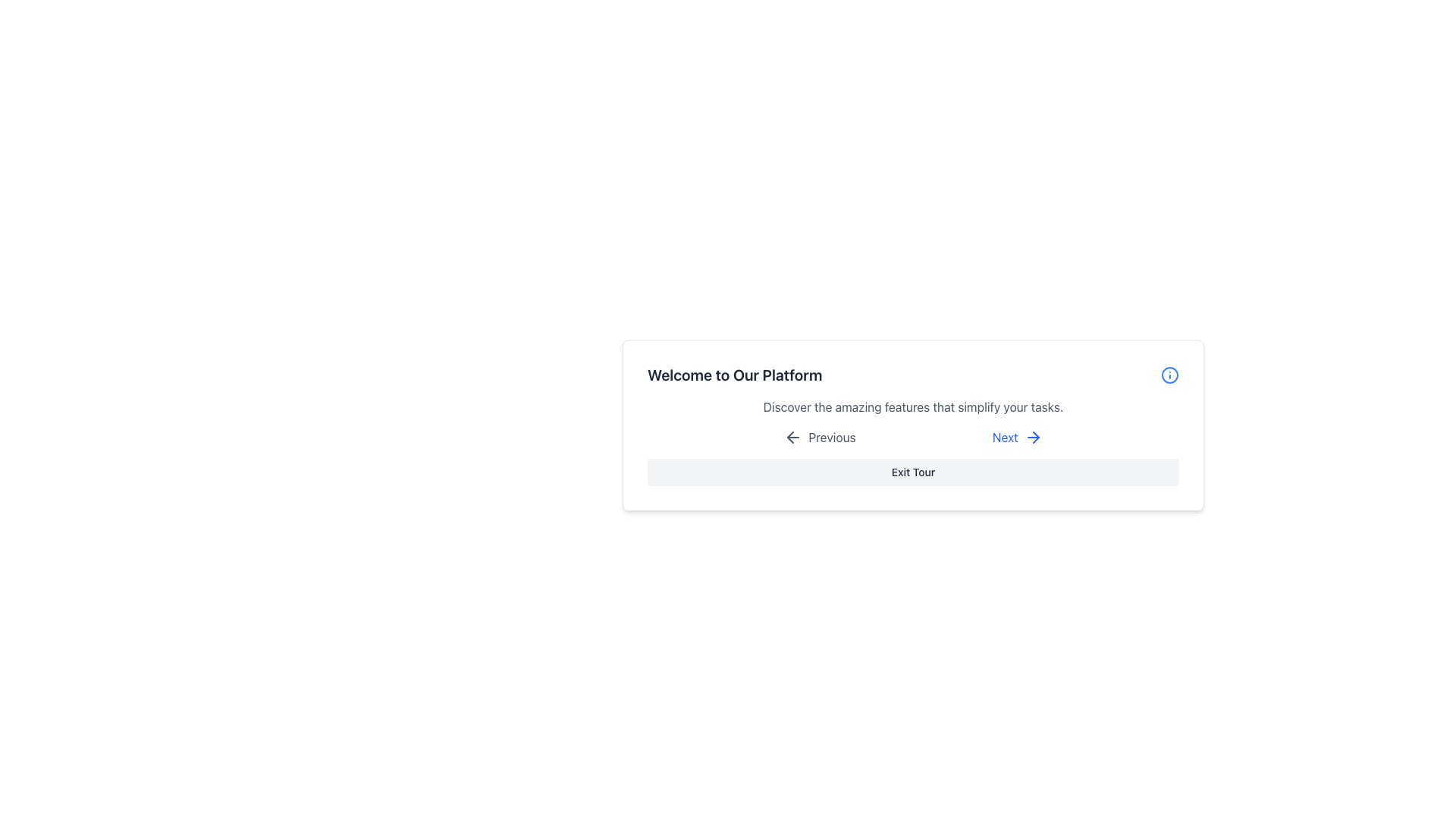 The height and width of the screenshot is (819, 1456). What do you see at coordinates (1169, 375) in the screenshot?
I see `the Circle within the SVG icon located at the top-right corner of the interface` at bounding box center [1169, 375].